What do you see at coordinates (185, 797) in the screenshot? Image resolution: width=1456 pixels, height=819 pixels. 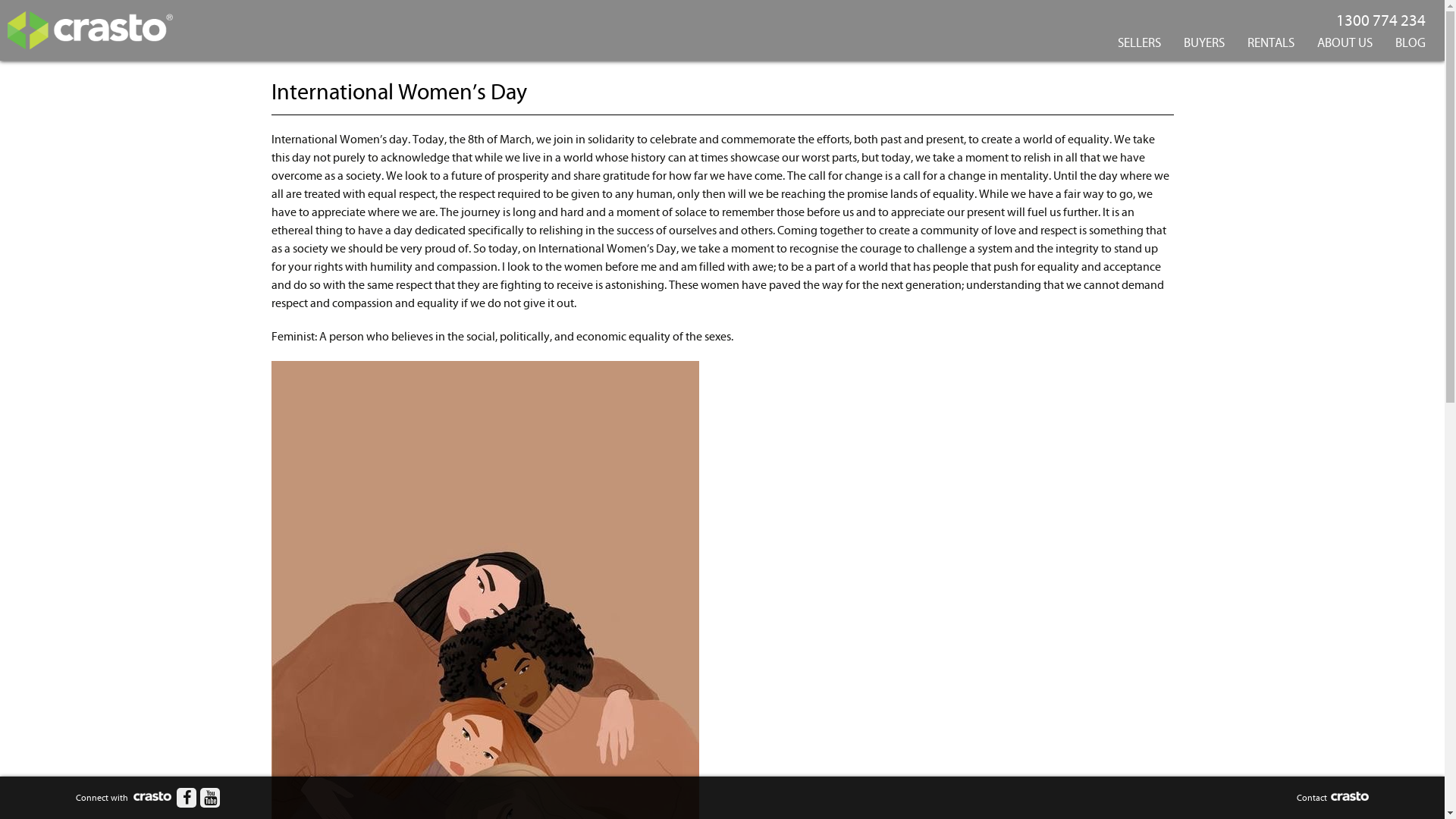 I see `'facebook'` at bounding box center [185, 797].